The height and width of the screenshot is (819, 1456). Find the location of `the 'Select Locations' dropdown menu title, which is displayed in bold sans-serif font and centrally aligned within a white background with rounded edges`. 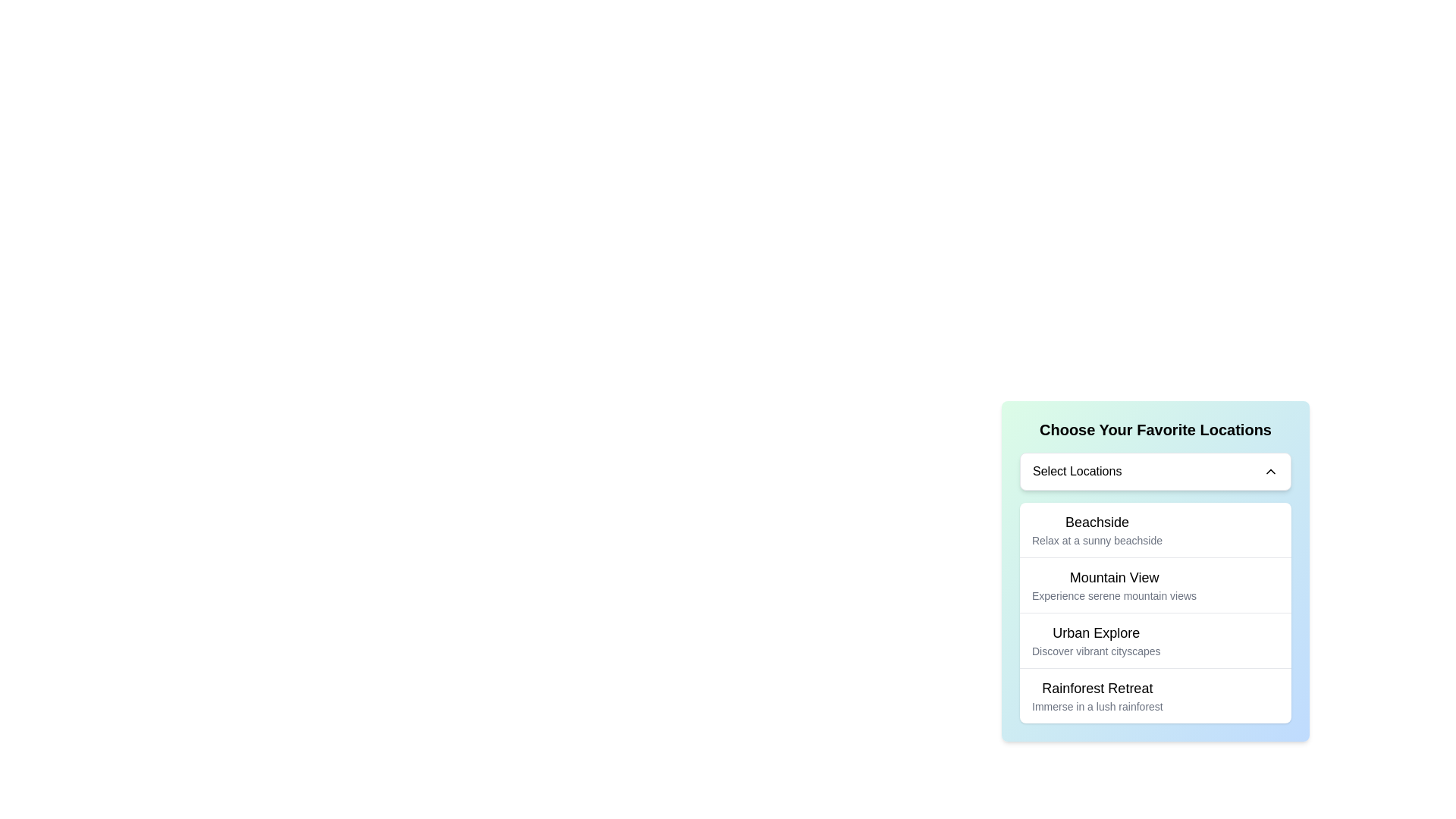

the 'Select Locations' dropdown menu title, which is displayed in bold sans-serif font and centrally aligned within a white background with rounded edges is located at coordinates (1076, 470).